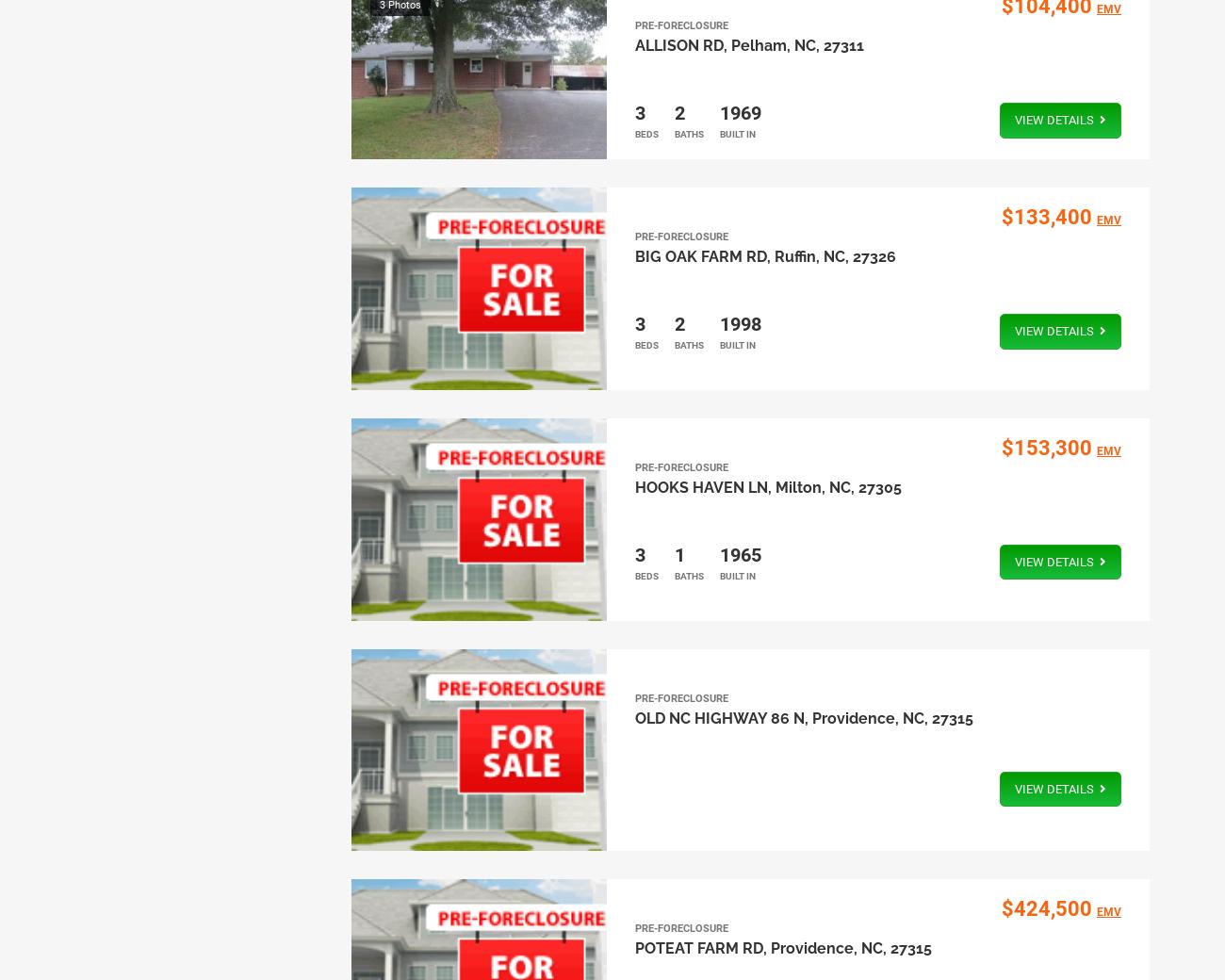  I want to click on 'Milton, NC, 27305', so click(836, 487).